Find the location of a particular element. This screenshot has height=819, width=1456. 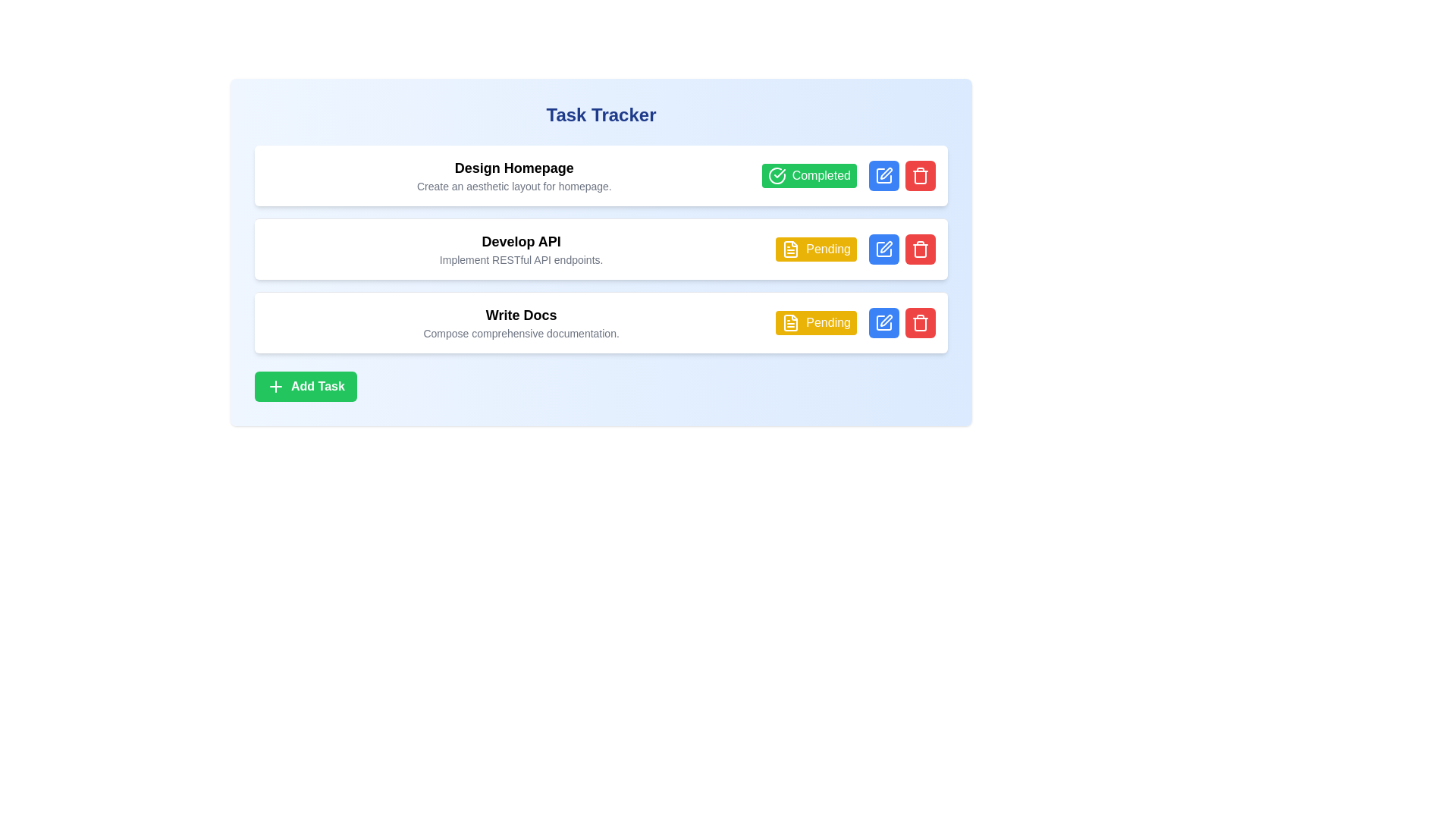

the red delete button with a trash can icon is located at coordinates (920, 248).